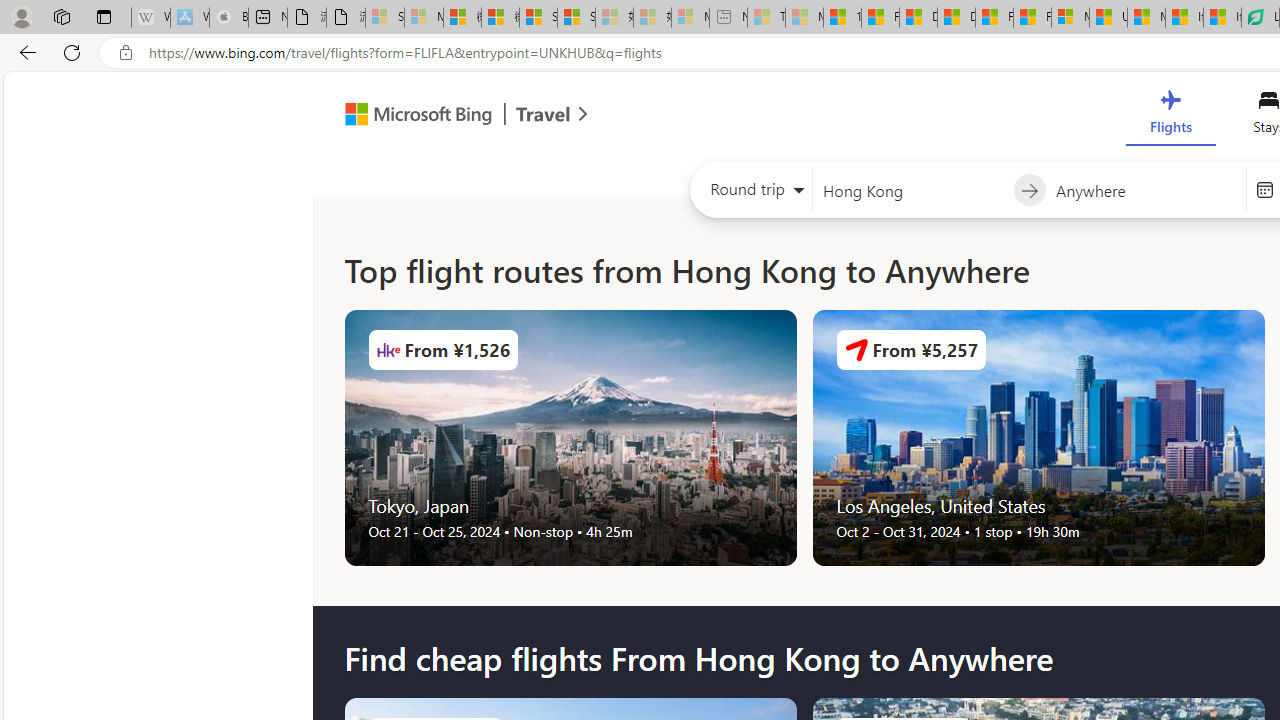 The image size is (1280, 720). What do you see at coordinates (444, 117) in the screenshot?
I see `'Microsoft Bing Travel'` at bounding box center [444, 117].